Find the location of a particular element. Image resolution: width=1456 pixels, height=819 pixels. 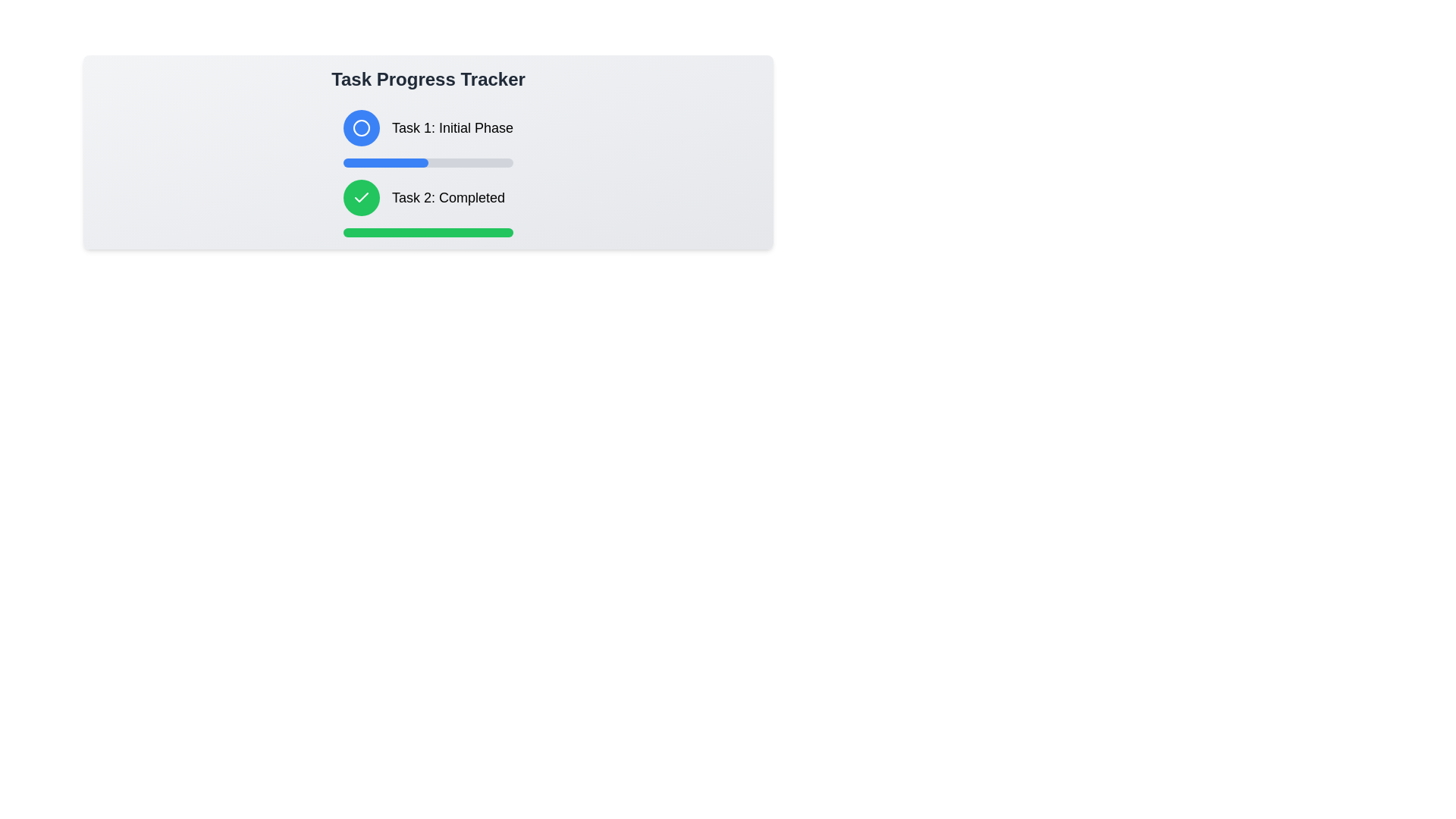

the Task Progress Display Section which shows 'Task 1: Initial Phase' and 'Task 2: Completed' with their respective icons and progress bars is located at coordinates (428, 172).